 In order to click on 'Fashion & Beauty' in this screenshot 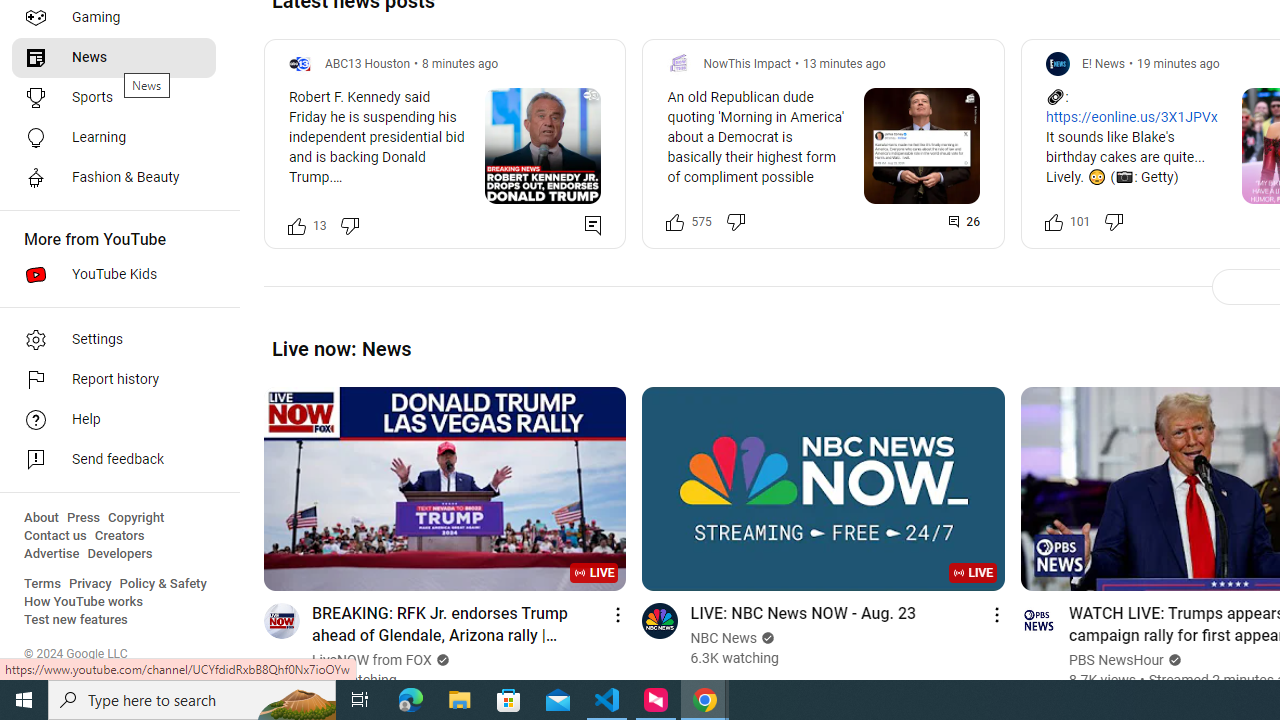, I will do `click(112, 176)`.